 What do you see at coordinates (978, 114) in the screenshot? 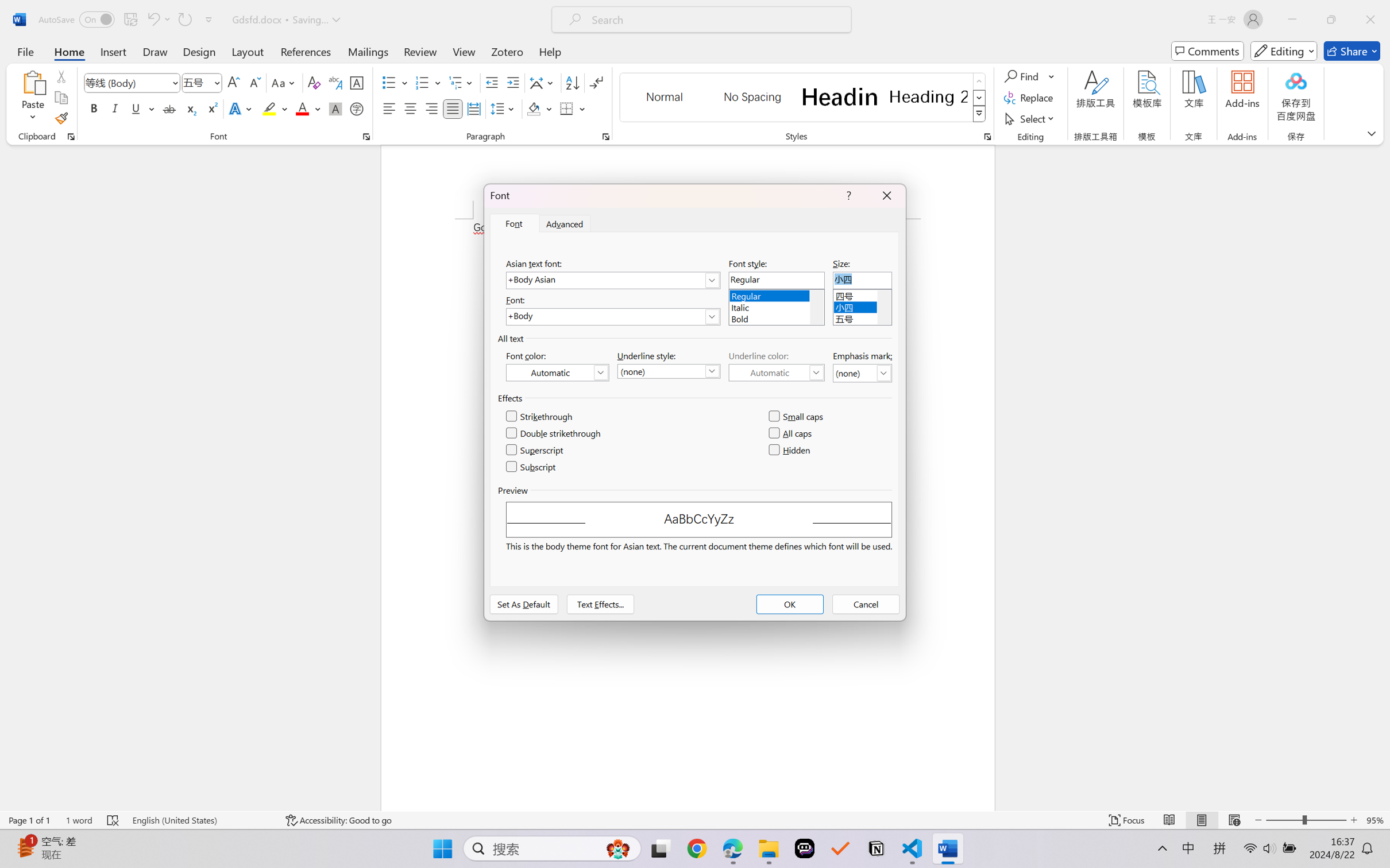
I see `'Styles'` at bounding box center [978, 114].